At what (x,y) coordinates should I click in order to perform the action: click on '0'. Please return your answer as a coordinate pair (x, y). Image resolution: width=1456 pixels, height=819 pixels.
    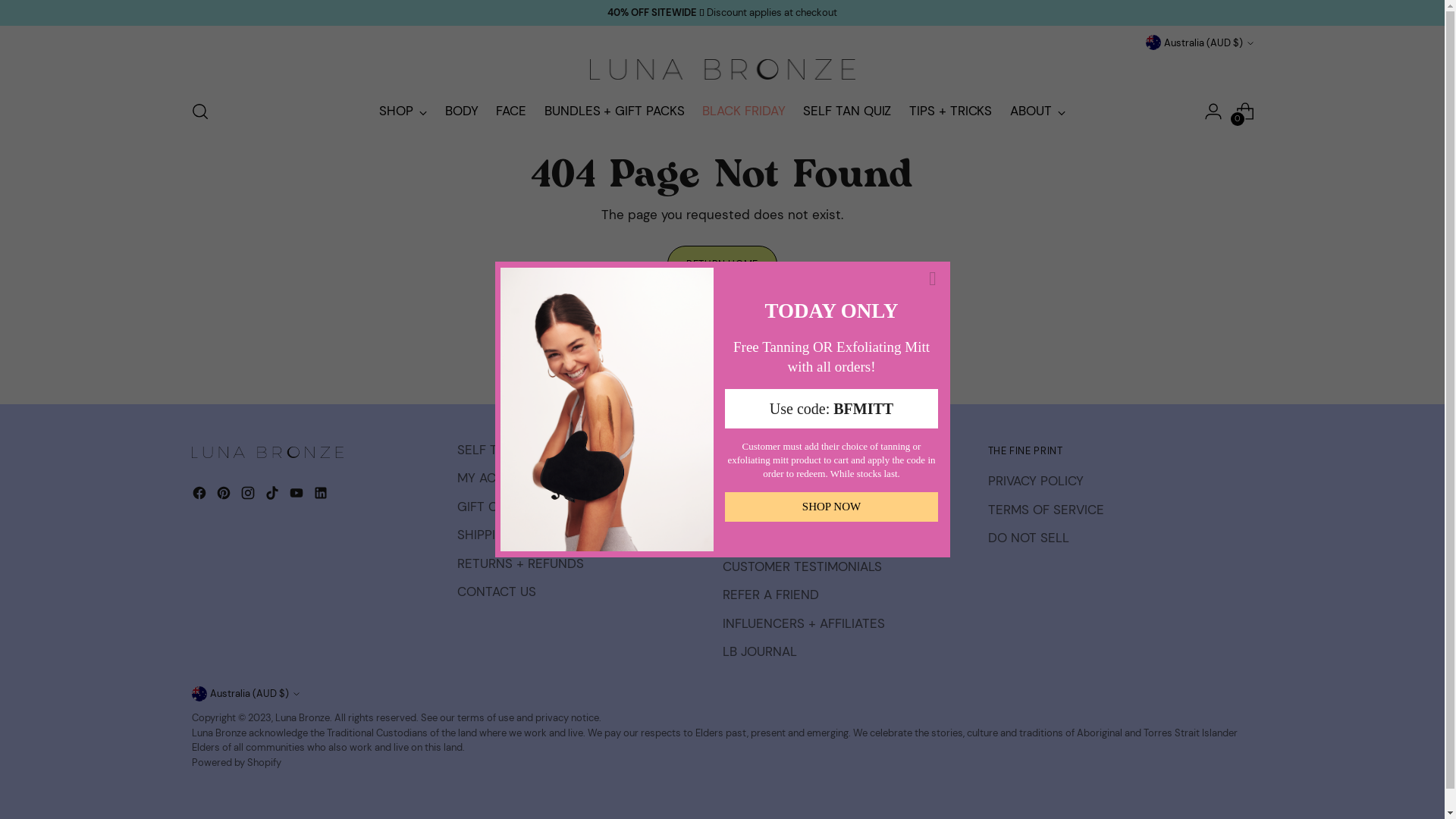
    Looking at the image, I should click on (1230, 110).